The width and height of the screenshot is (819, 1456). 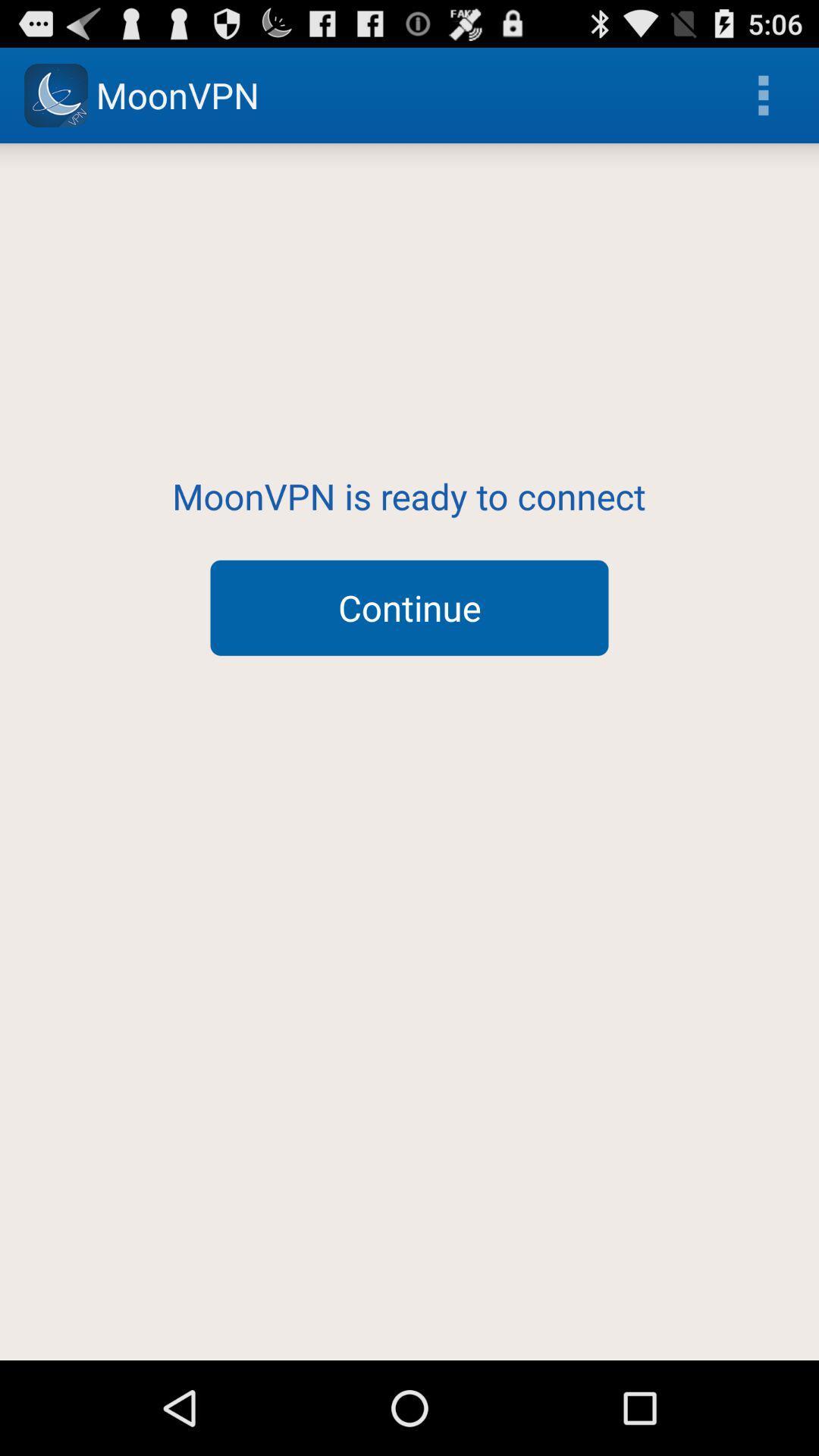 What do you see at coordinates (409, 607) in the screenshot?
I see `continue icon` at bounding box center [409, 607].